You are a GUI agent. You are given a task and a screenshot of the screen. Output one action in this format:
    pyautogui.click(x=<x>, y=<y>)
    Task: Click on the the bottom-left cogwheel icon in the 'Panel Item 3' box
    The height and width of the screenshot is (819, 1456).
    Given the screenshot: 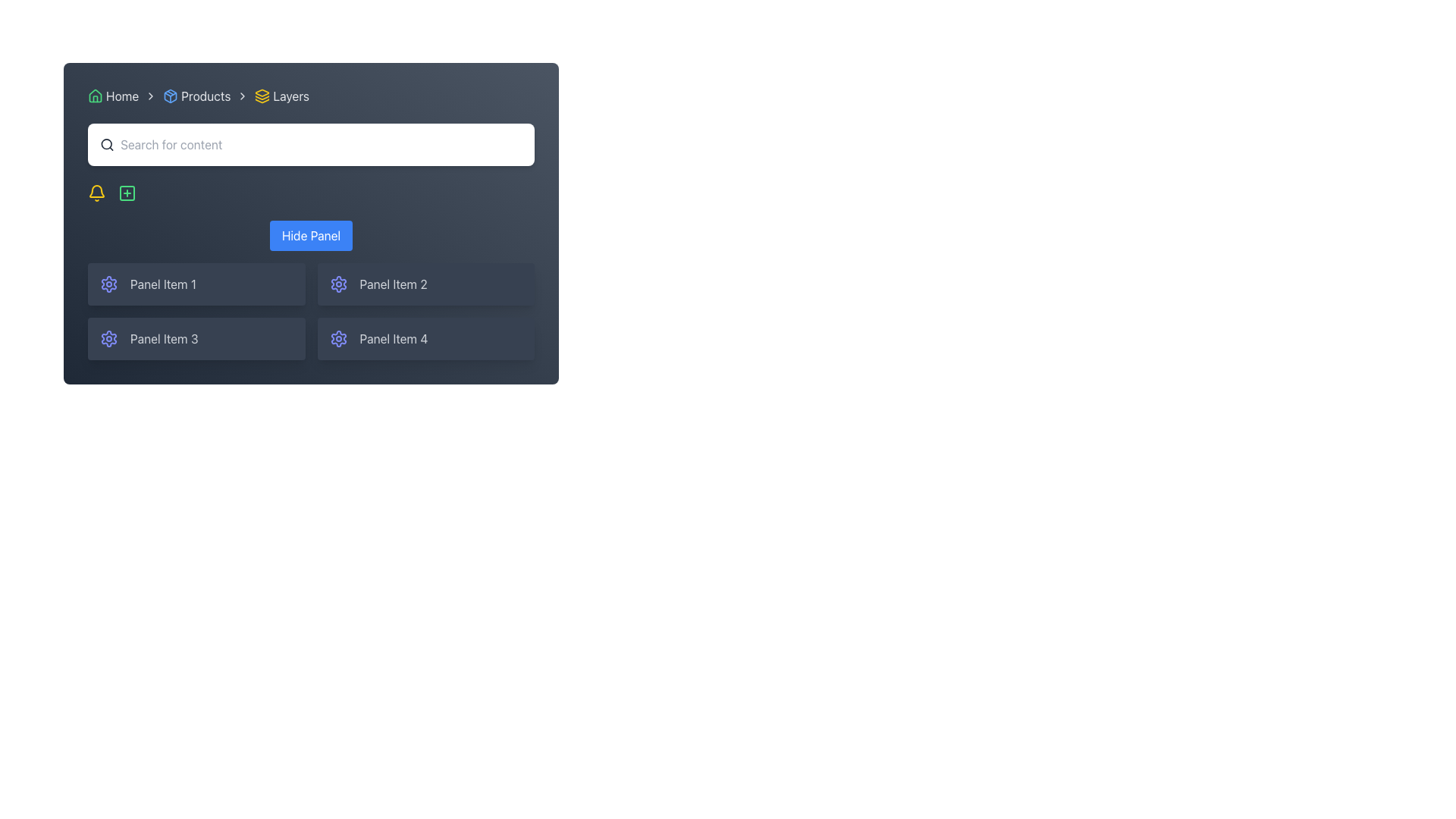 What is the action you would take?
    pyautogui.click(x=108, y=338)
    